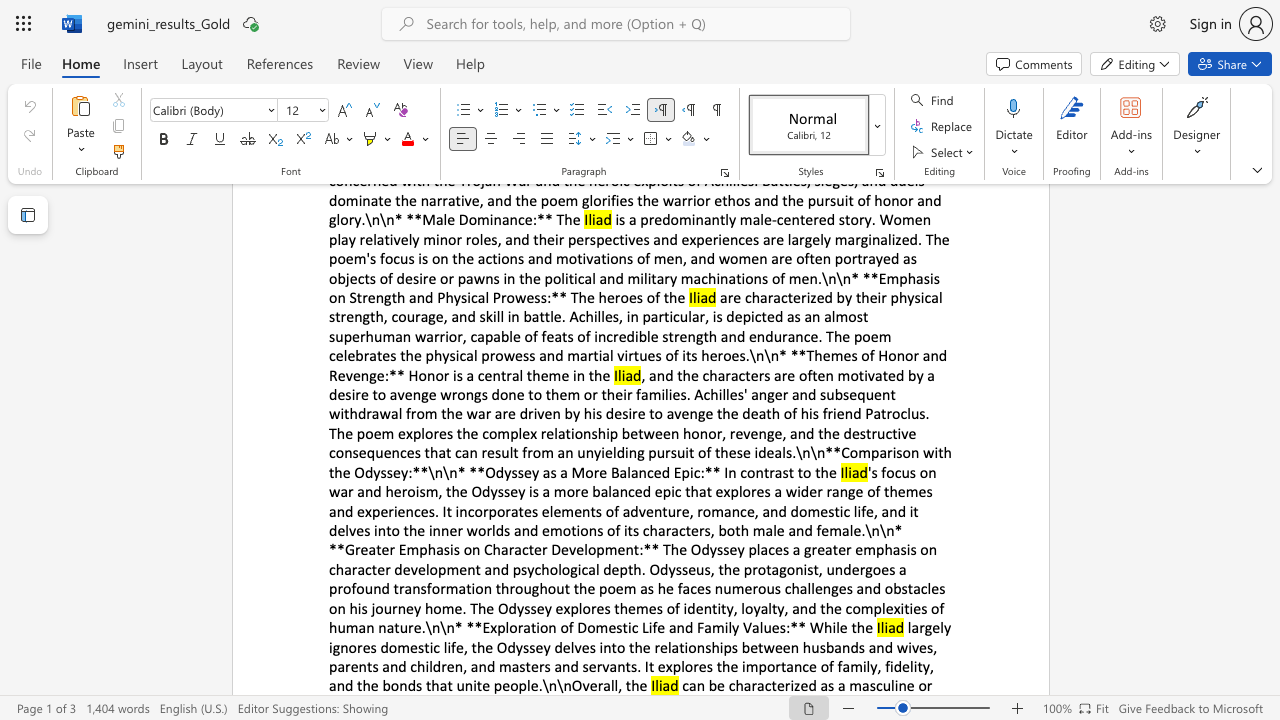  Describe the element at coordinates (336, 684) in the screenshot. I see `the subset text "nd the bonds t" within the text "largely ignores domestic life, the Odyssey delves into the relationships between husbands and wives, parents and children, and masters and servants. It explores the importance of family, fidelity, and the bonds that unite people.\n\nOverall, the"` at that location.